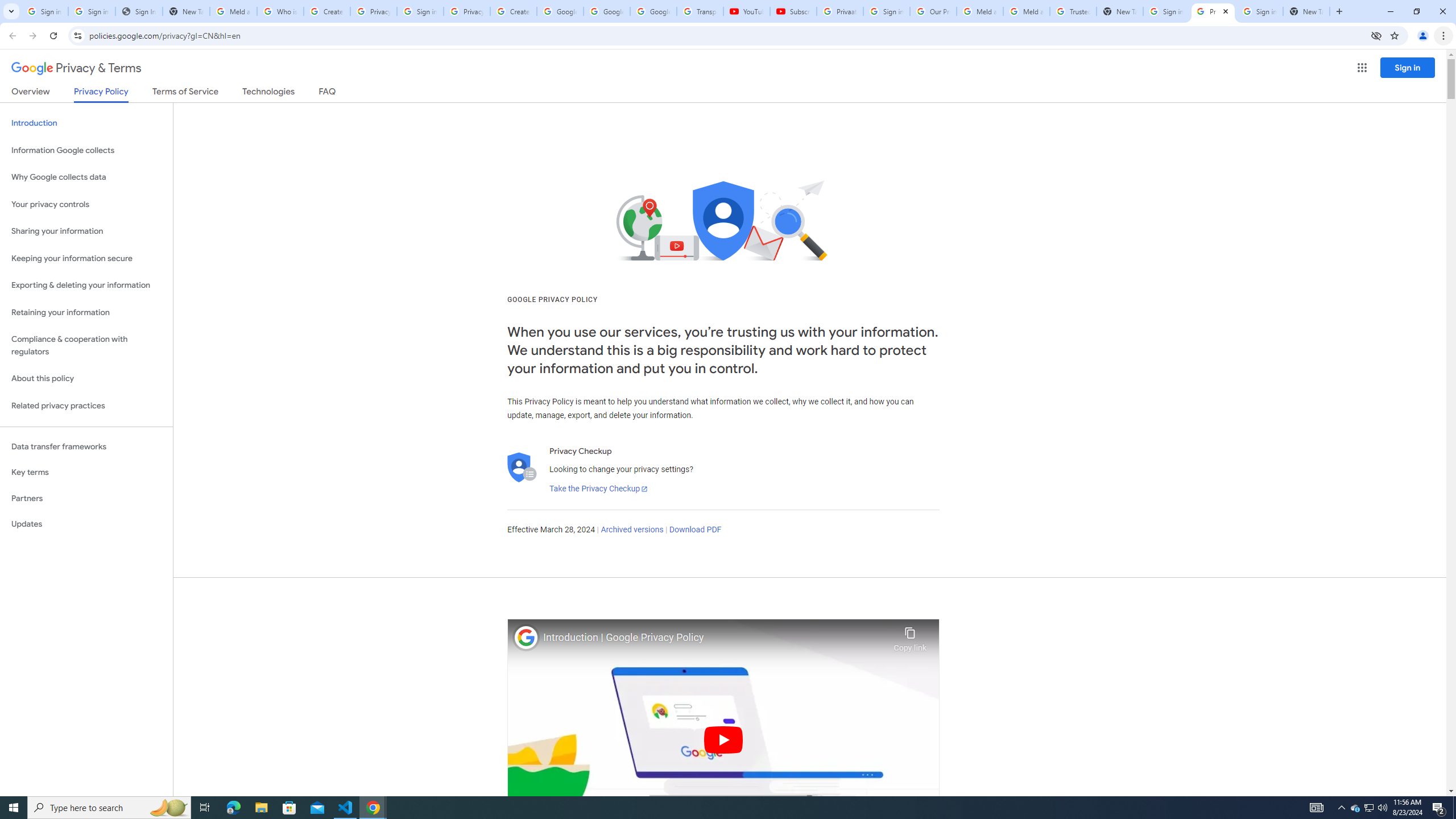  I want to click on 'Exporting & deleting your information', so click(86, 285).